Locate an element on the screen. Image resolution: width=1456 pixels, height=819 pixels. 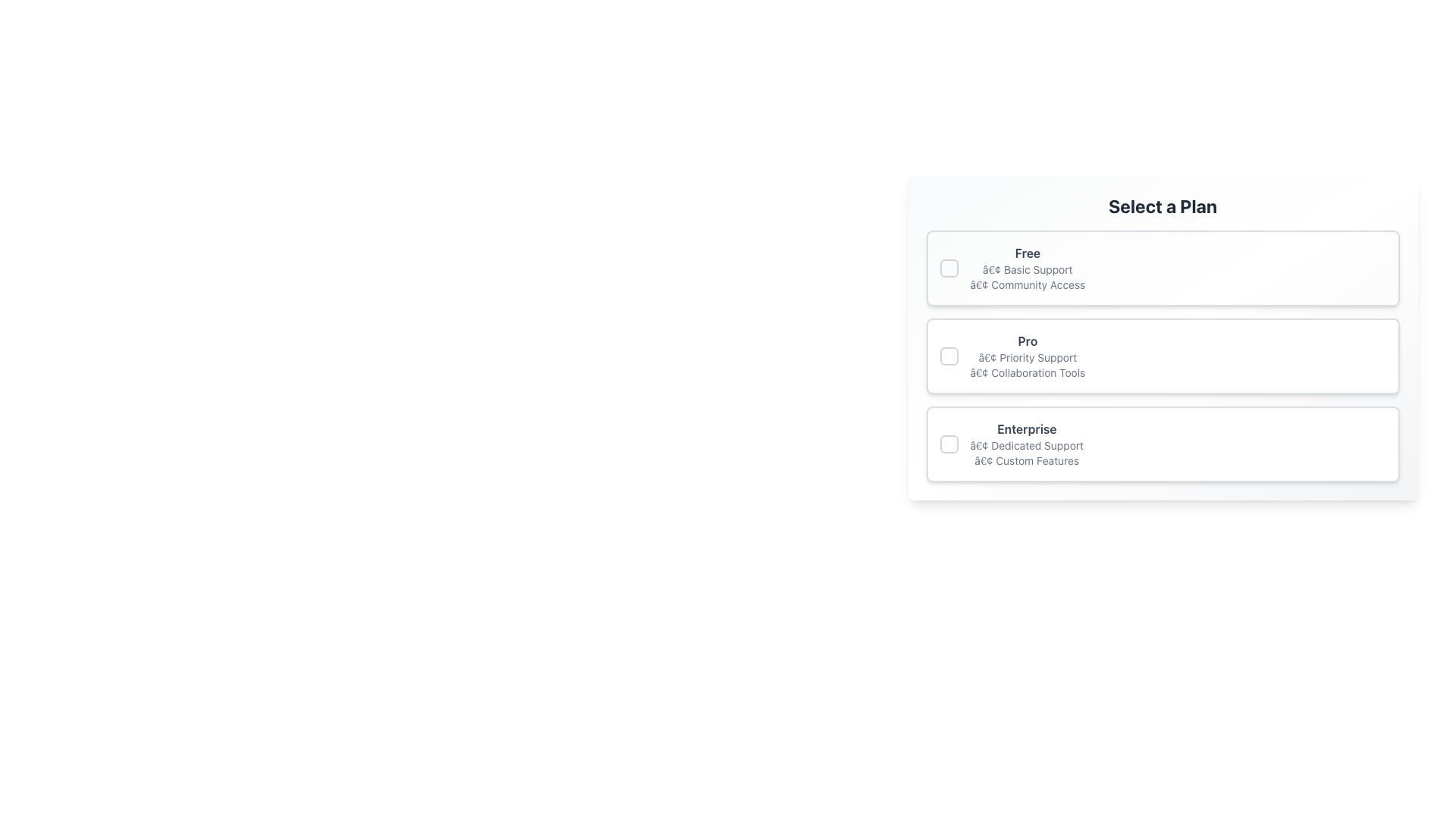
the radio button located to the left of the text 'Free' is located at coordinates (948, 268).